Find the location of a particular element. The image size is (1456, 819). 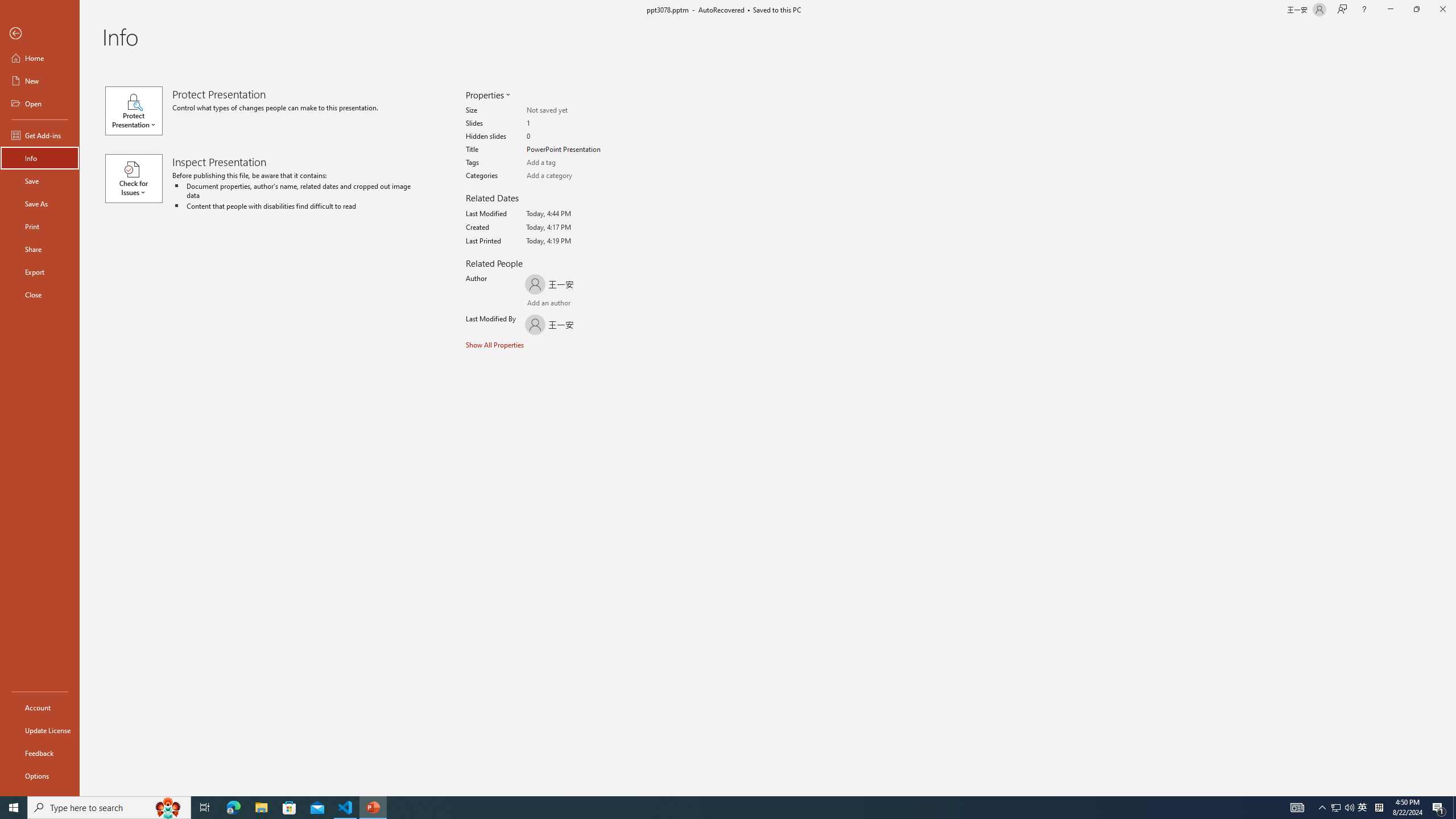

'Account' is located at coordinates (39, 708).